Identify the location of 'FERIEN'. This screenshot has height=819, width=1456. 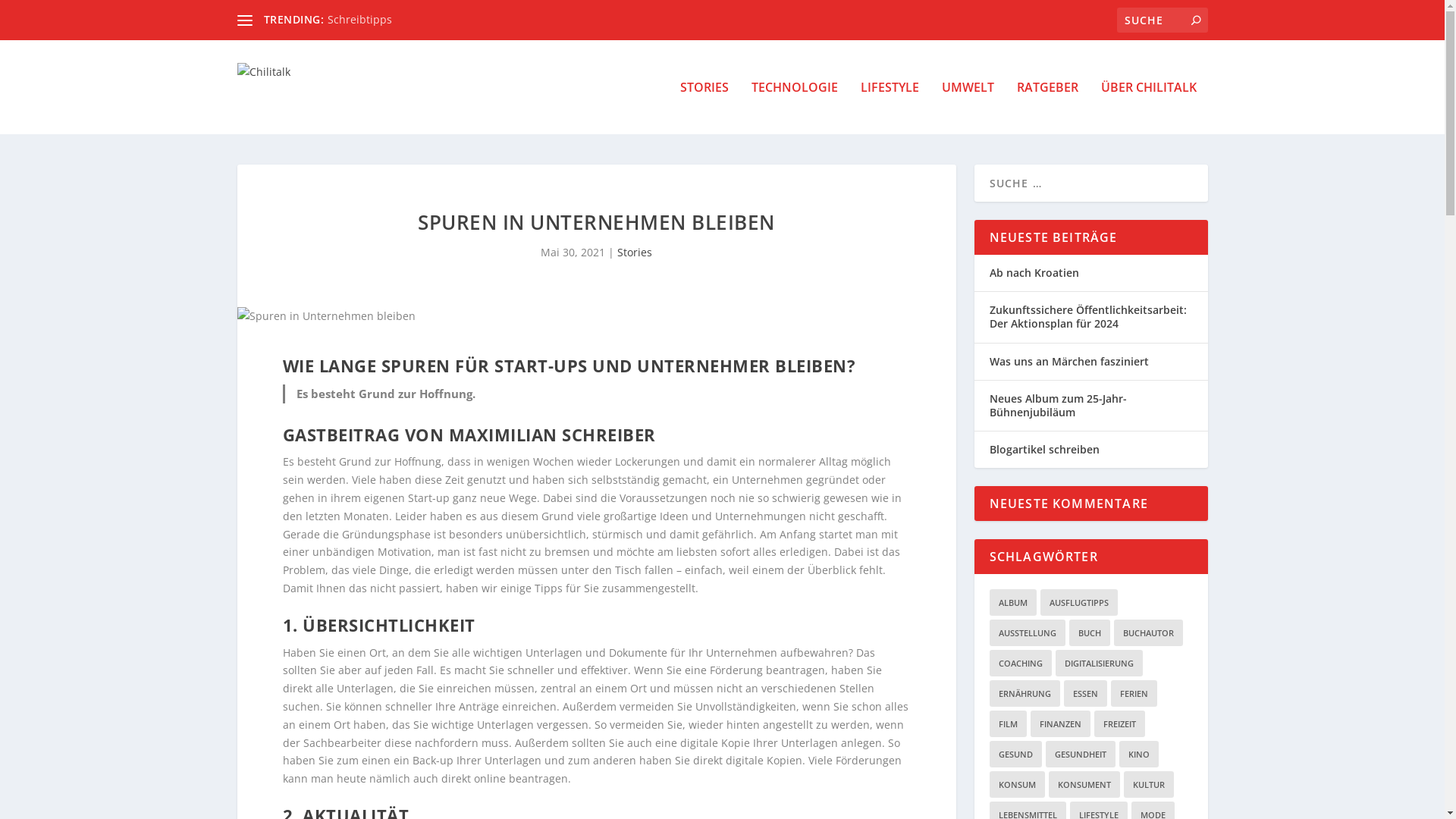
(1133, 693).